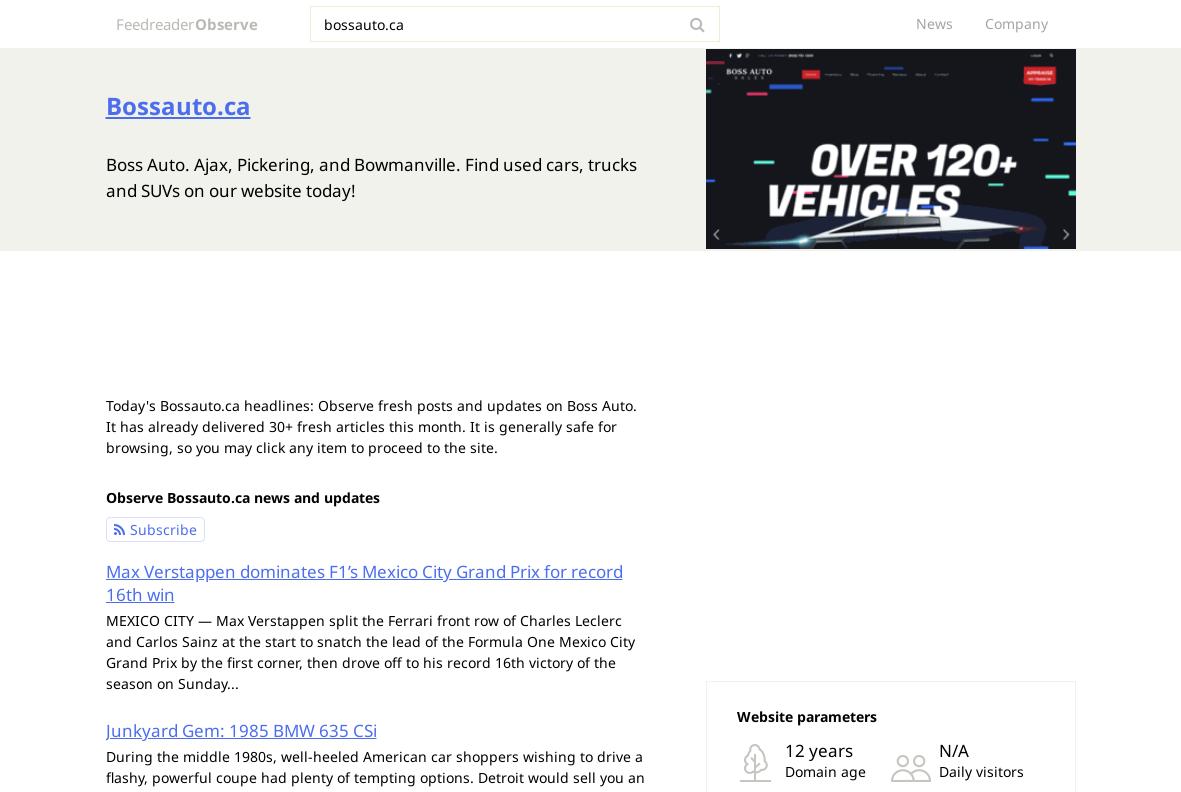 The image size is (1181, 792). I want to click on 'Observe', so click(226, 22).